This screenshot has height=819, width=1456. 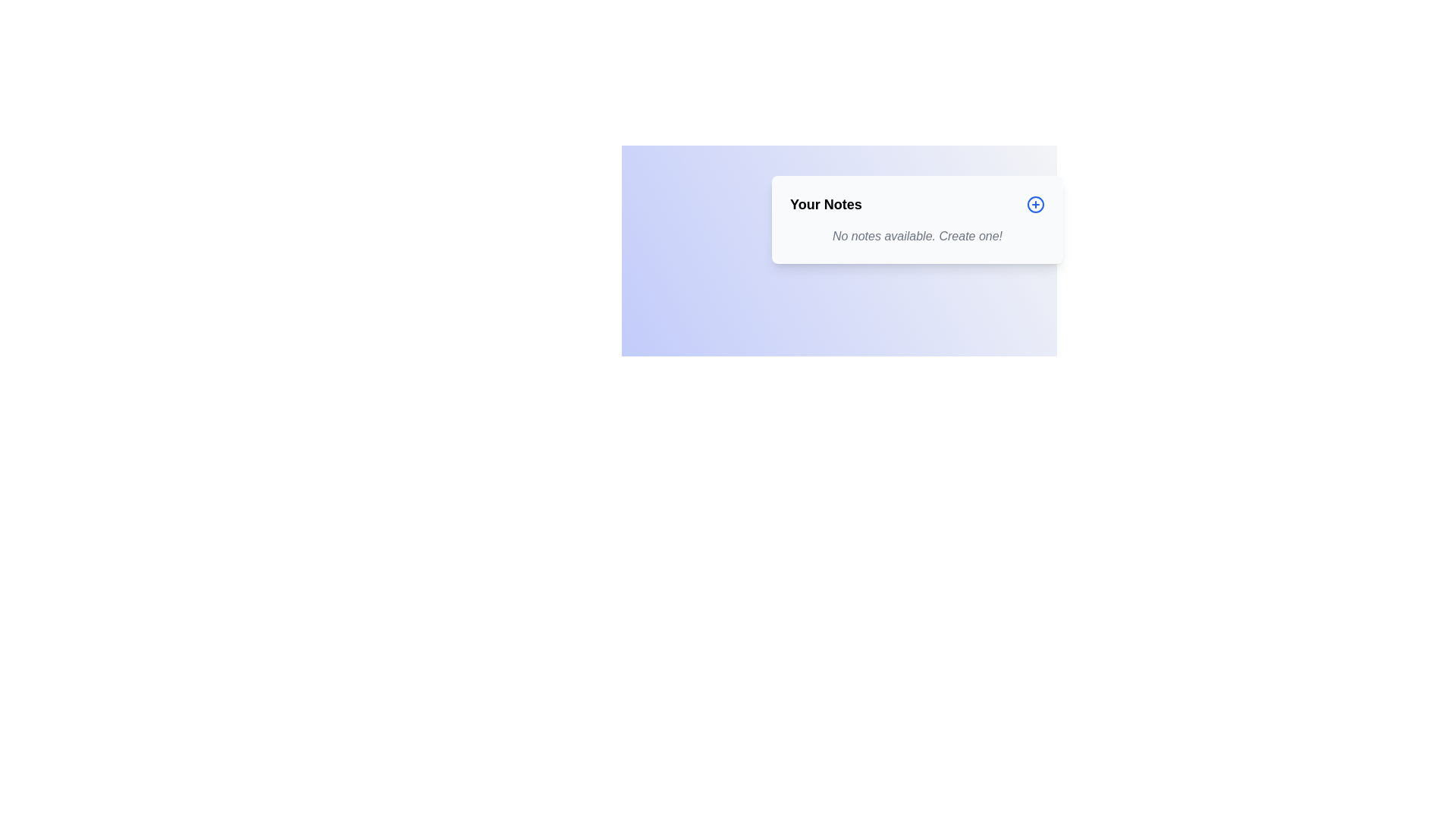 I want to click on the blue circular '+' icon located to the far-right of the 'Your Notes' title, so click(x=1035, y=205).